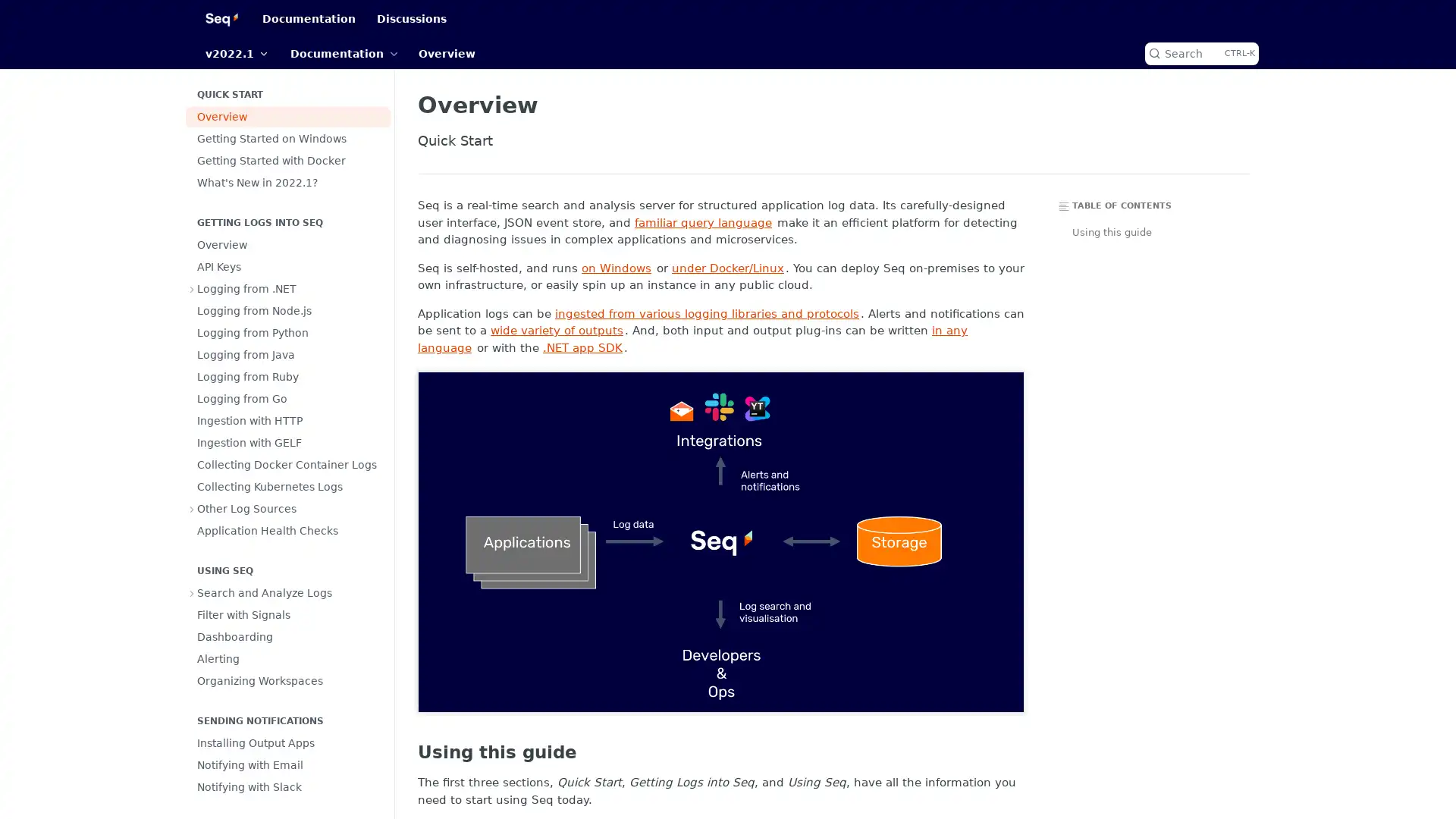 The width and height of the screenshot is (1456, 819). What do you see at coordinates (192, 289) in the screenshot?
I see `Show subpages for Logging from .NET` at bounding box center [192, 289].